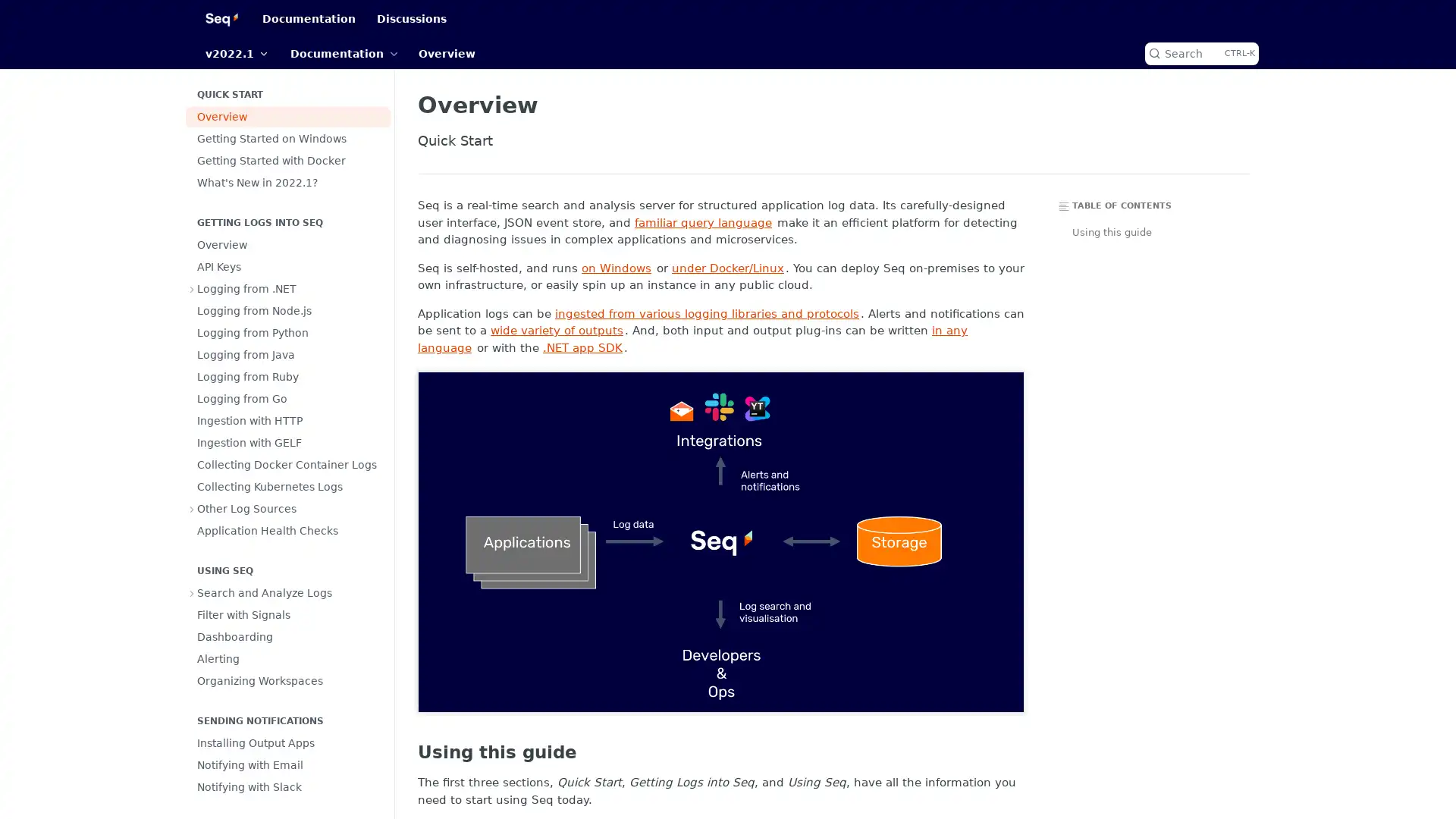 The width and height of the screenshot is (1456, 819). What do you see at coordinates (192, 289) in the screenshot?
I see `Show subpages for Logging from .NET` at bounding box center [192, 289].